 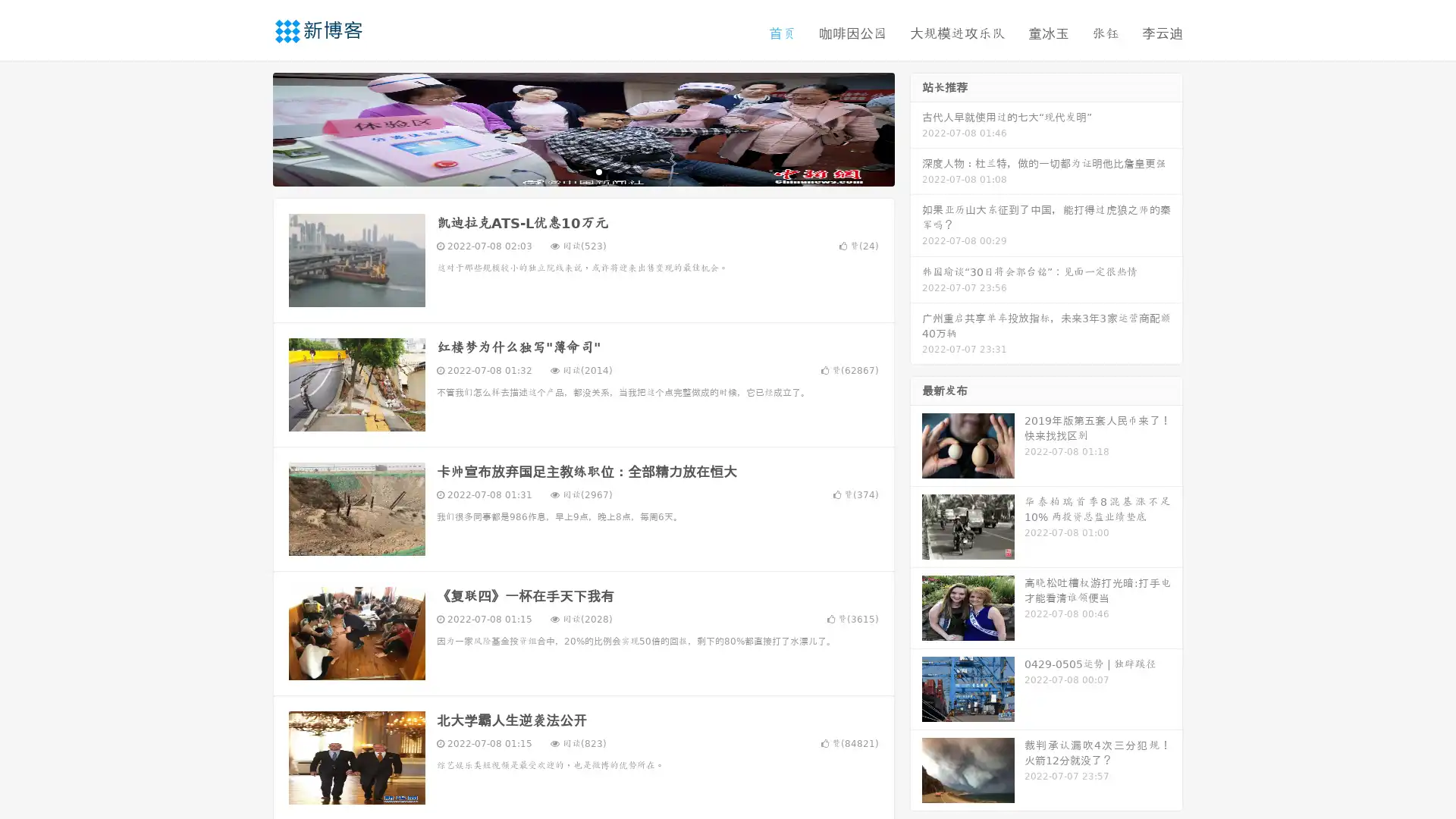 What do you see at coordinates (582, 171) in the screenshot?
I see `Go to slide 2` at bounding box center [582, 171].